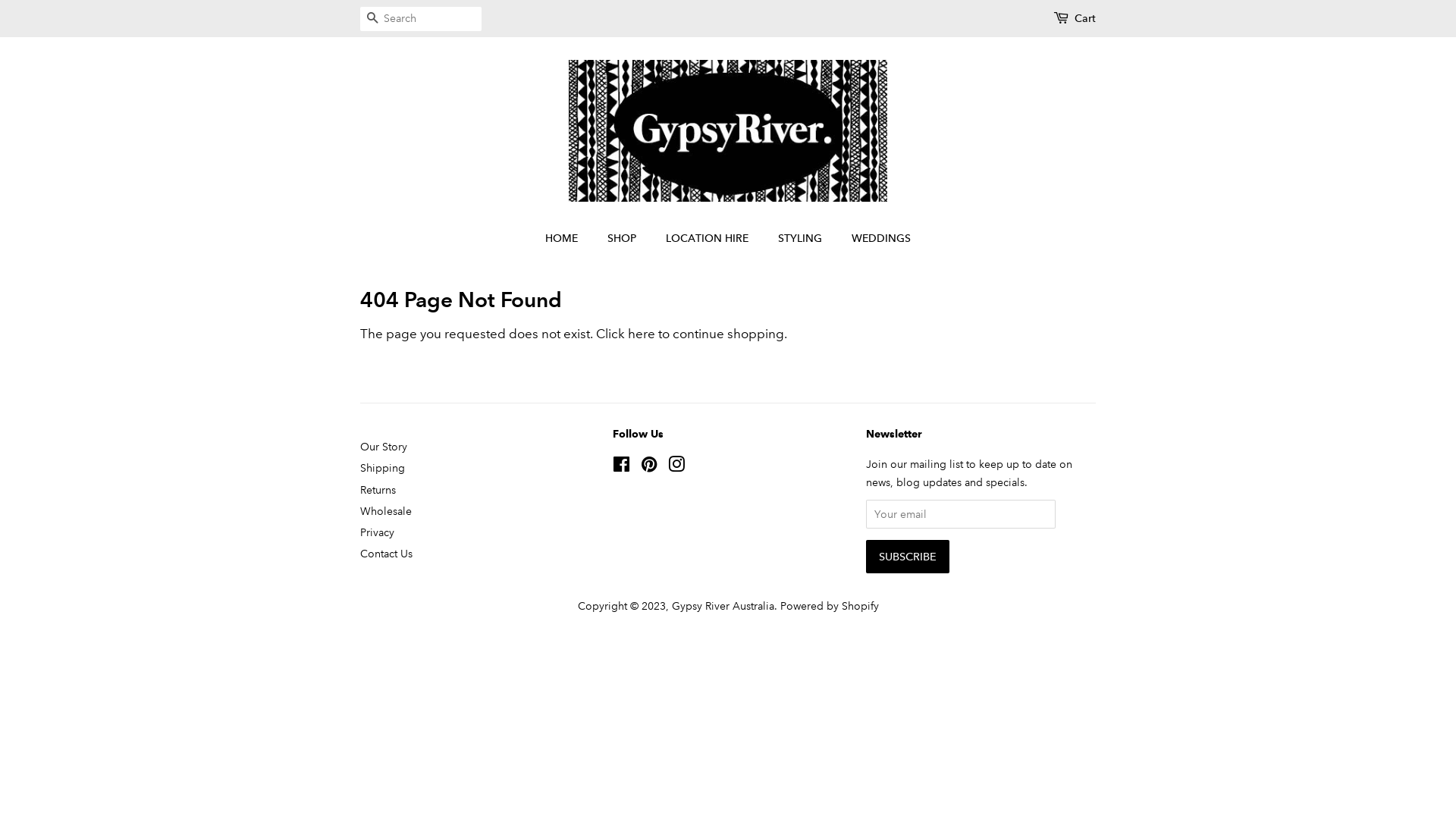  Describe the element at coordinates (641, 333) in the screenshot. I see `'here'` at that location.